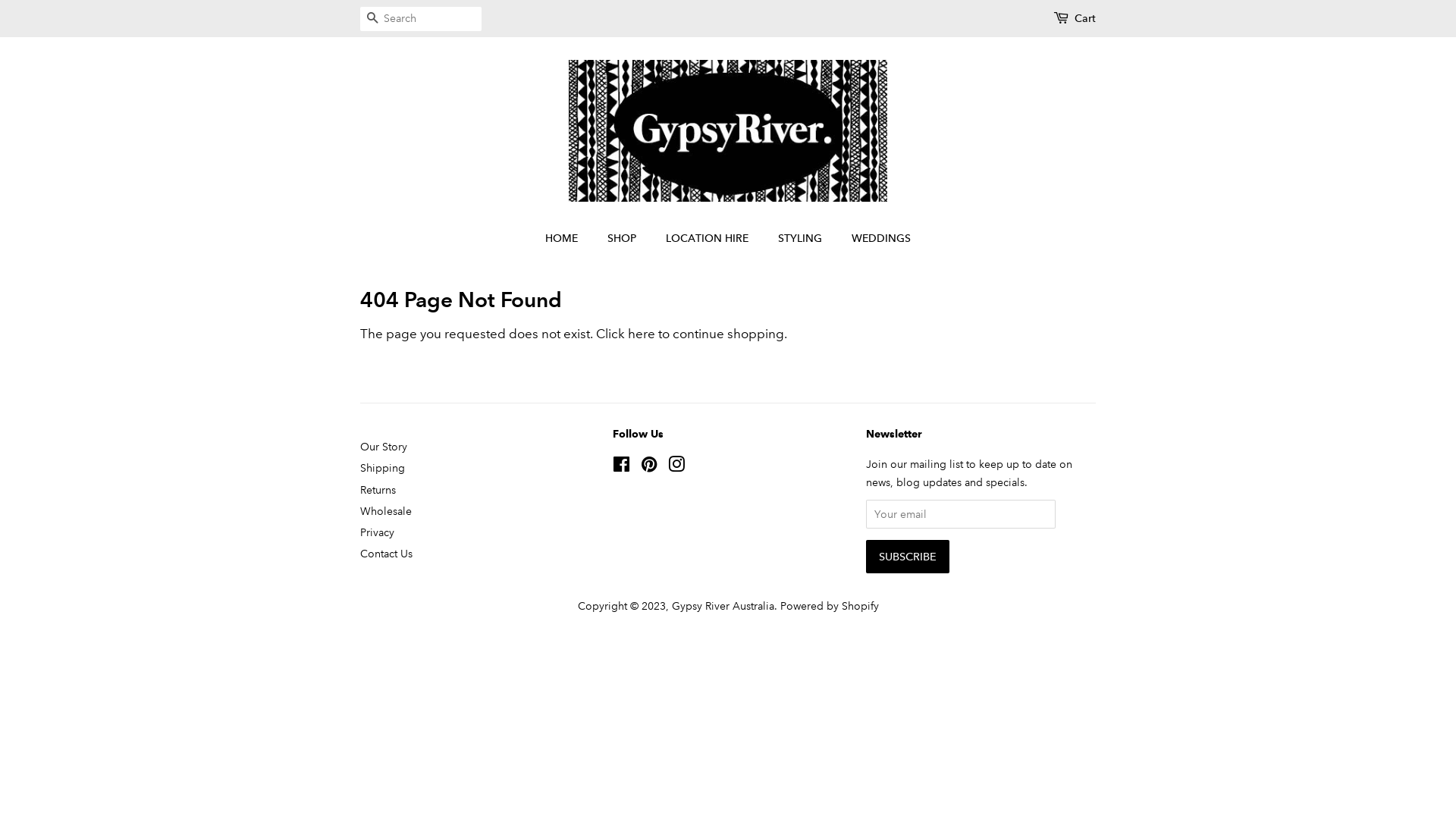  Describe the element at coordinates (641, 333) in the screenshot. I see `'here'` at that location.